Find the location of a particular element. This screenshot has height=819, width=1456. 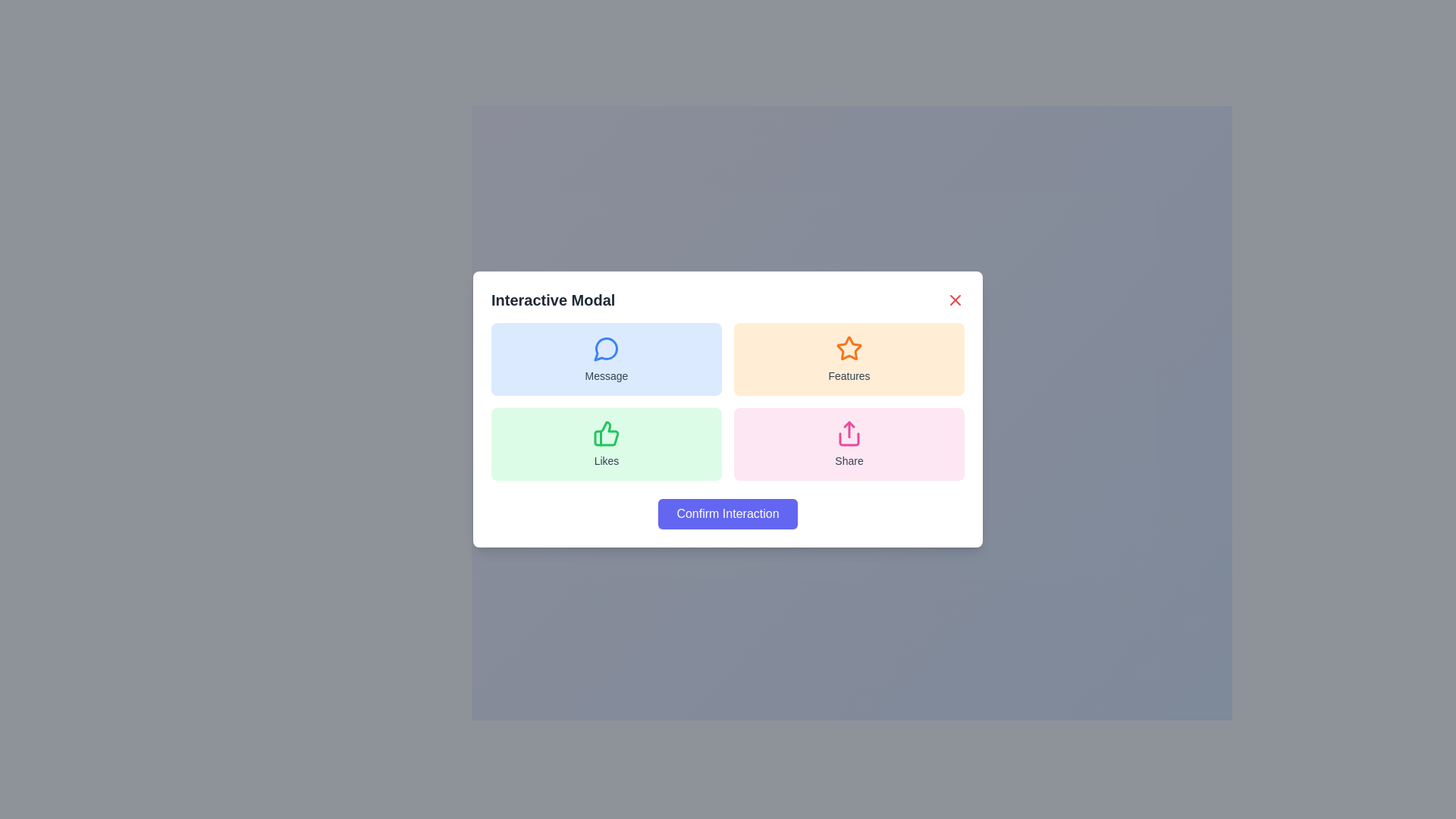

the 'Confirm Interaction' button, which is a blue button with rounded corners and white text, located at the center bottom of the modal window is located at coordinates (728, 513).